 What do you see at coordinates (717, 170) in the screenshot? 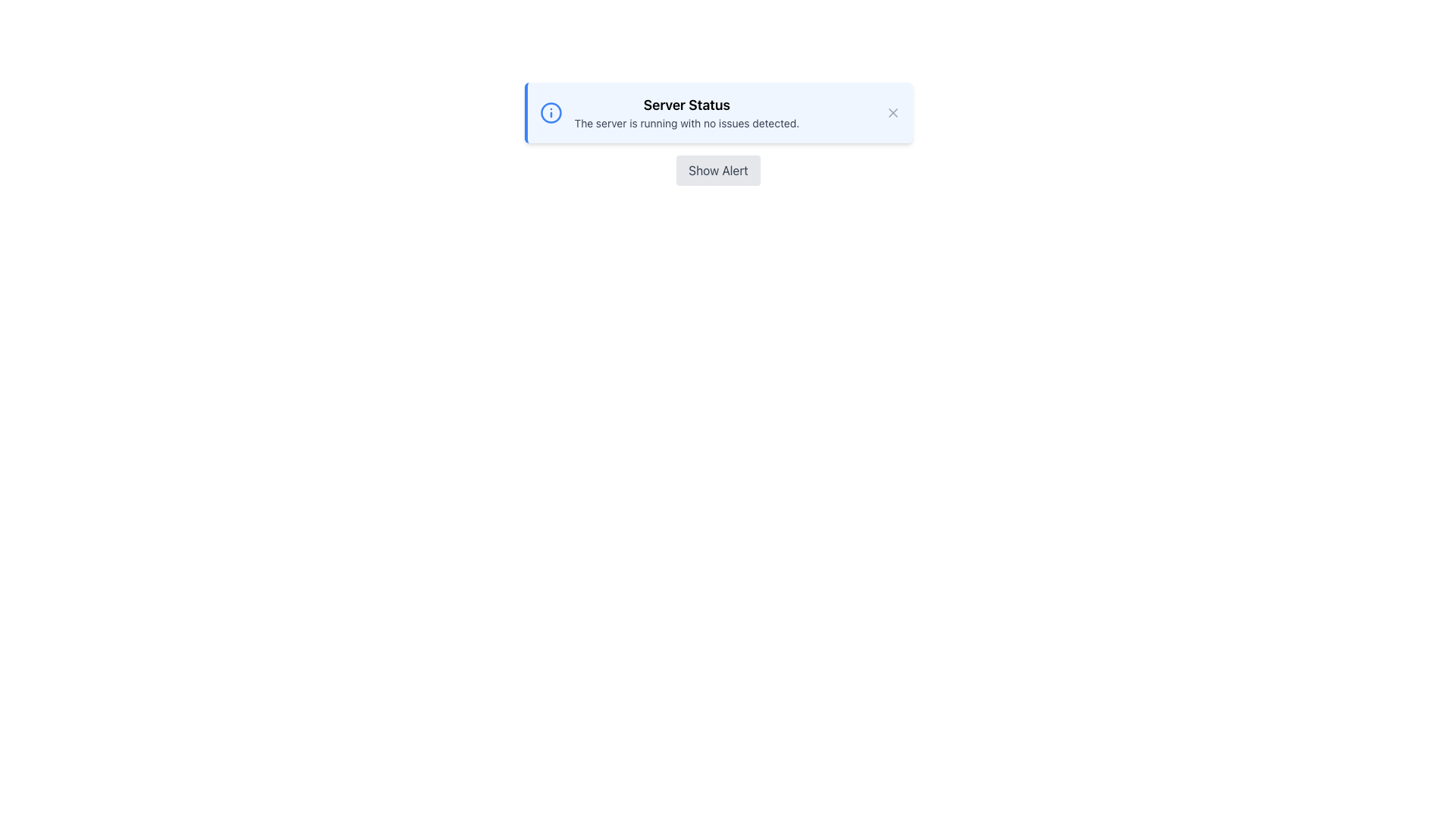
I see `the button located underneath the 'Server Status' information box` at bounding box center [717, 170].